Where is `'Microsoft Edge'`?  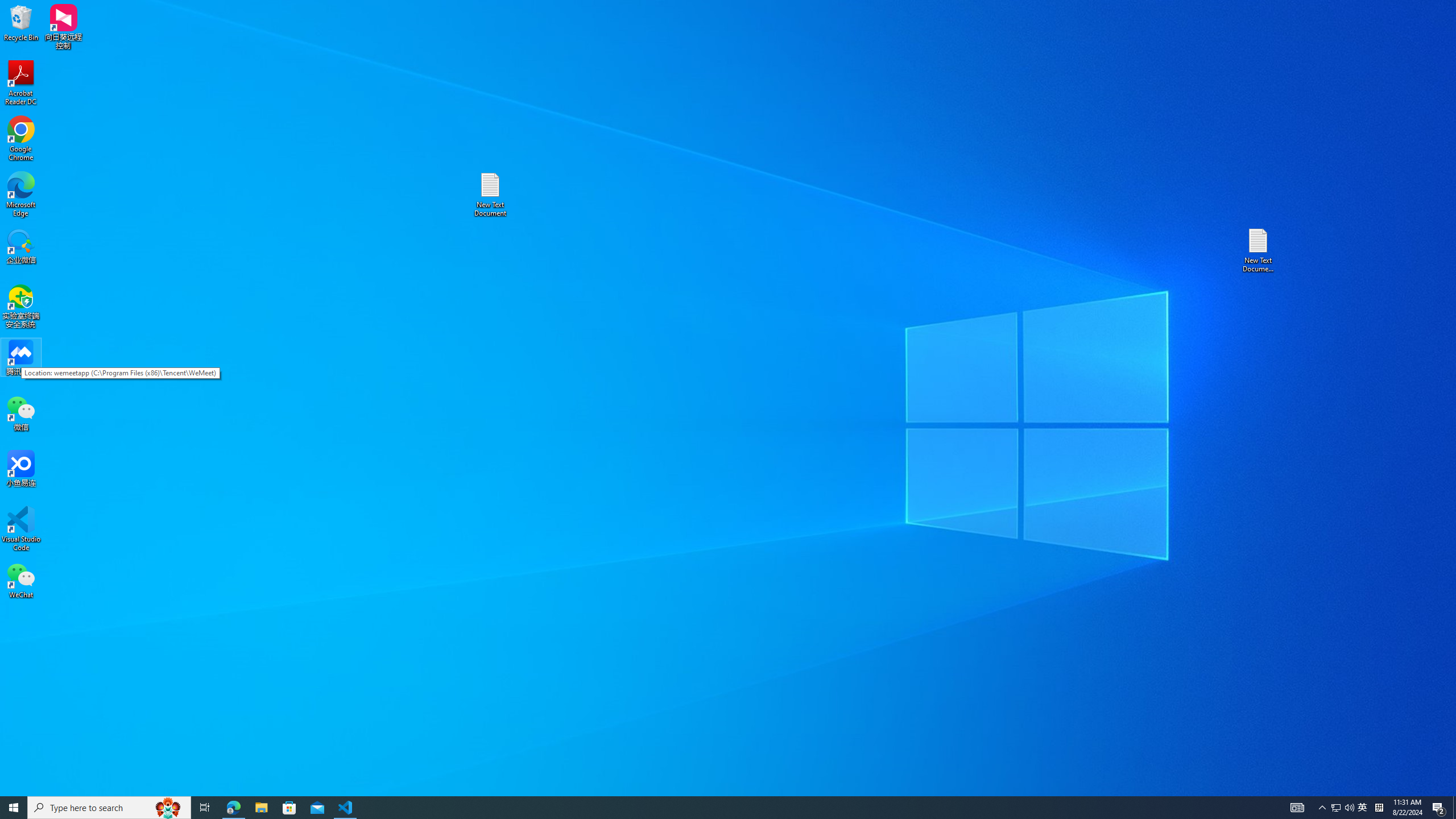
'Microsoft Edge' is located at coordinates (20, 194).